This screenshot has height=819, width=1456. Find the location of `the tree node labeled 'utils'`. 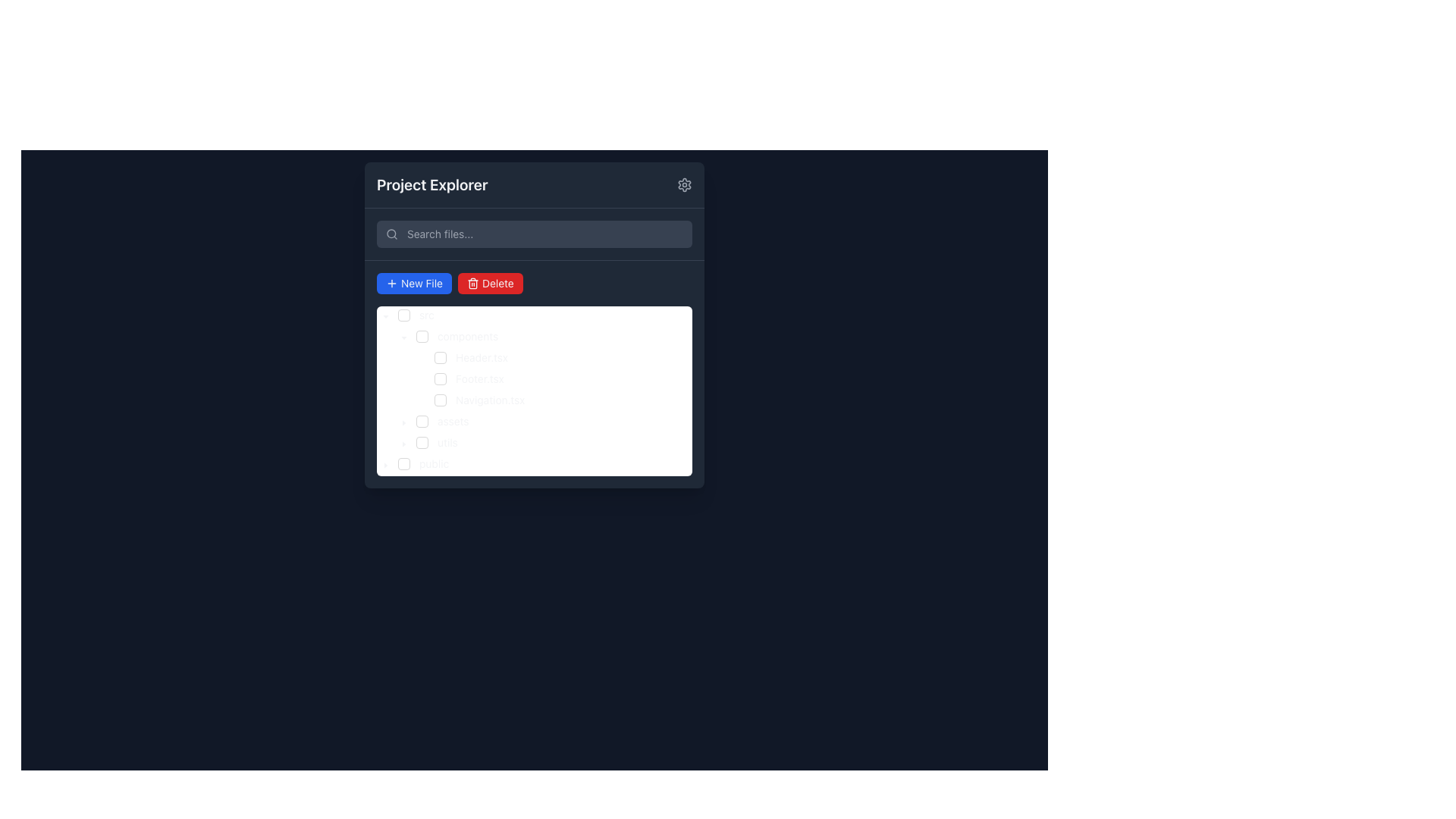

the tree node labeled 'utils' is located at coordinates (420, 442).